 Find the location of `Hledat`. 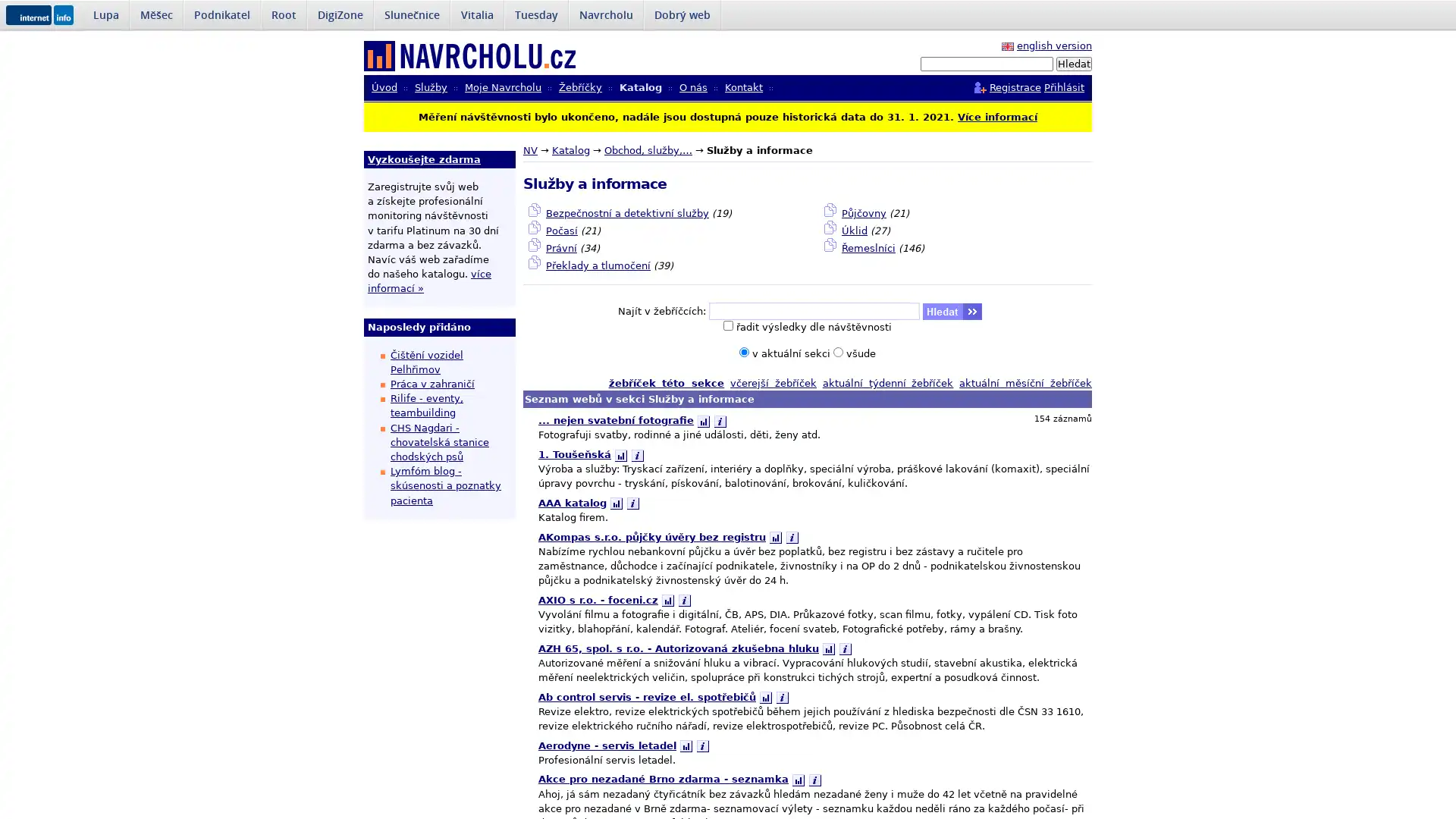

Hledat is located at coordinates (952, 311).